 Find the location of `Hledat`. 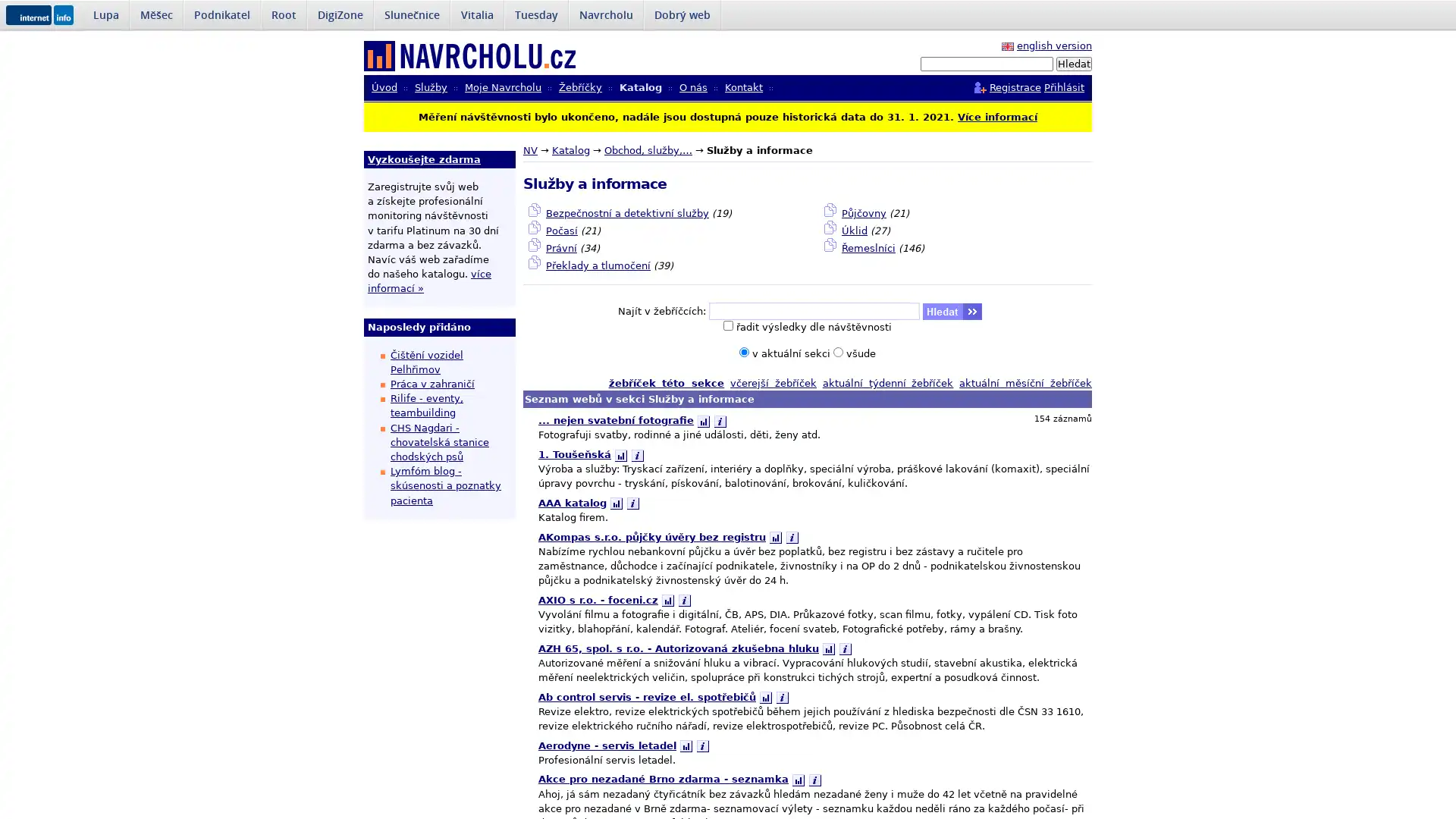

Hledat is located at coordinates (952, 311).